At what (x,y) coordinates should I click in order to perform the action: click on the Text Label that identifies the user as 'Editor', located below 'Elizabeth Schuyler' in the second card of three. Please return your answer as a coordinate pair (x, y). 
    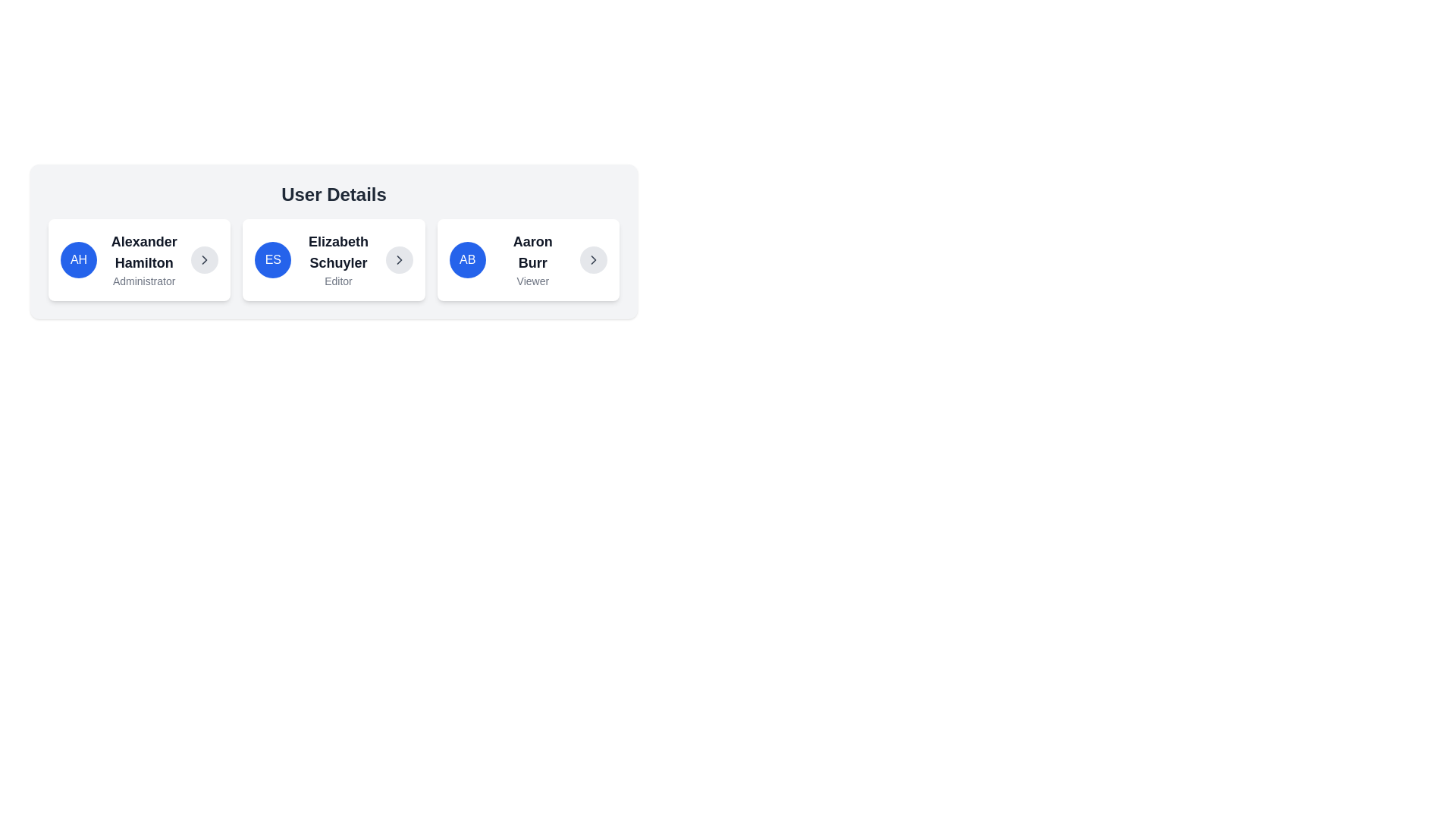
    Looking at the image, I should click on (337, 281).